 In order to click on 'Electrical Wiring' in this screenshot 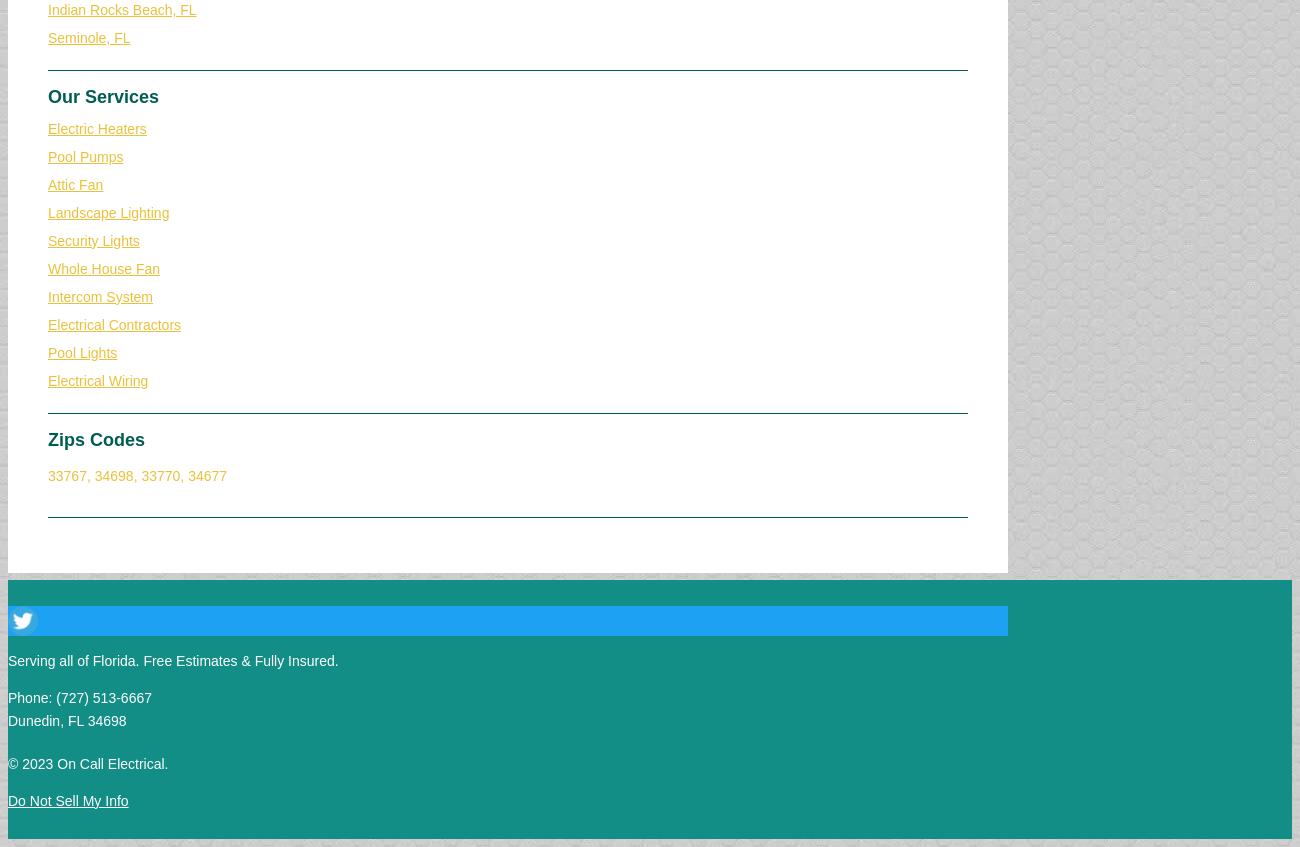, I will do `click(98, 378)`.